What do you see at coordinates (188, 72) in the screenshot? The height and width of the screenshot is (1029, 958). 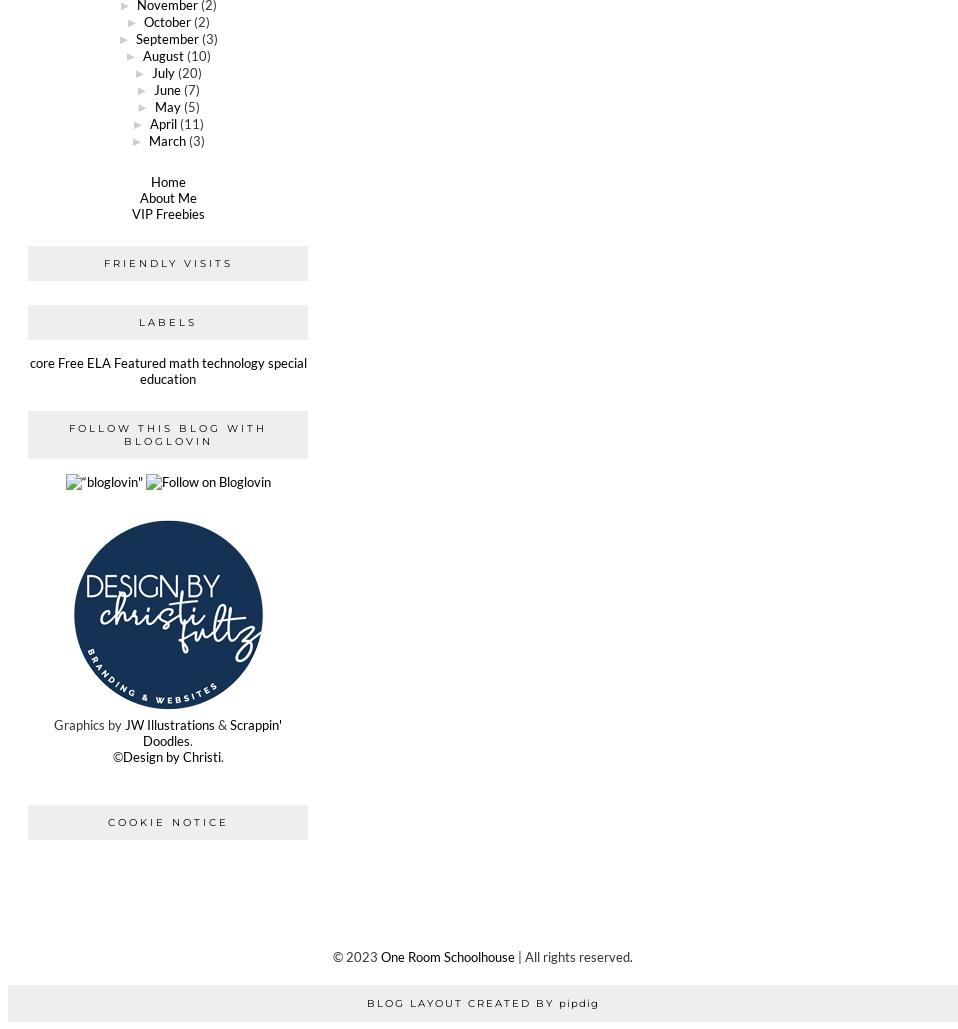 I see `'(20)'` at bounding box center [188, 72].